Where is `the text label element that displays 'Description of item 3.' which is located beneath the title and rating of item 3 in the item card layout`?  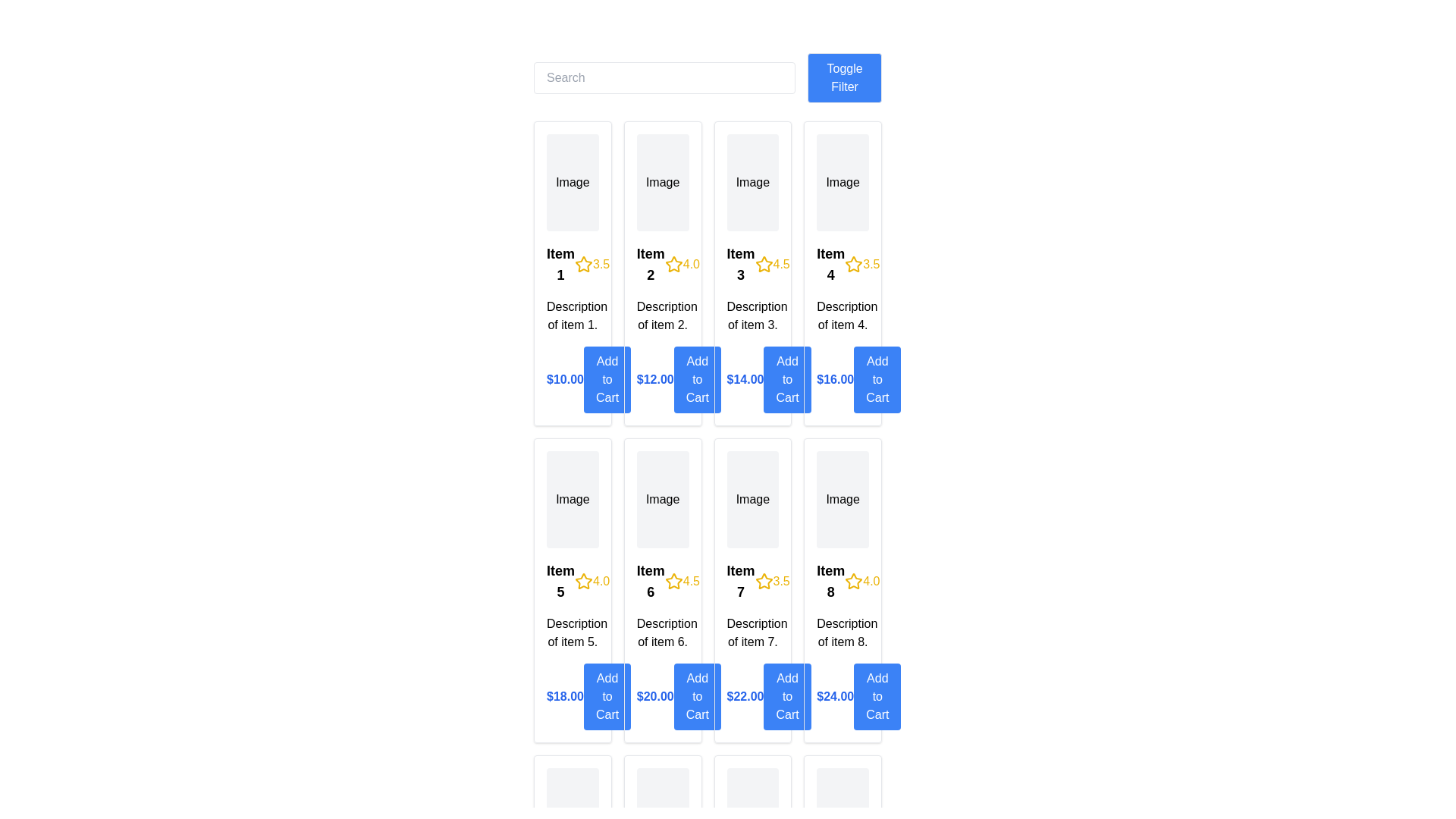 the text label element that displays 'Description of item 3.' which is located beneath the title and rating of item 3 in the item card layout is located at coordinates (752, 315).